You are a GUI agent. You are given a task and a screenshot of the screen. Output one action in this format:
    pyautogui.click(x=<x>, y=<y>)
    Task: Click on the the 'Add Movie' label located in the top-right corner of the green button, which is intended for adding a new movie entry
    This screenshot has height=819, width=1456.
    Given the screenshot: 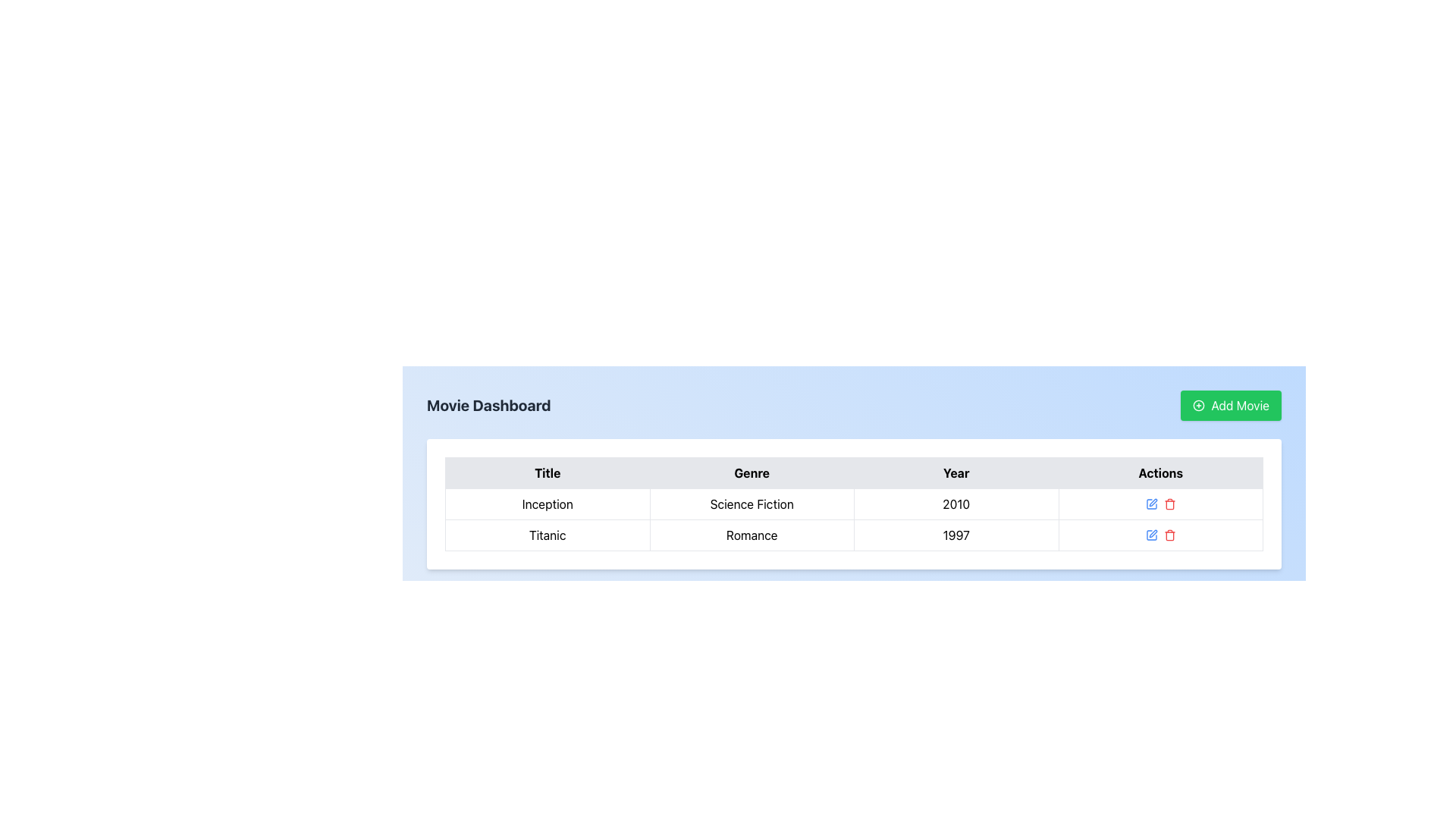 What is the action you would take?
    pyautogui.click(x=1240, y=405)
    